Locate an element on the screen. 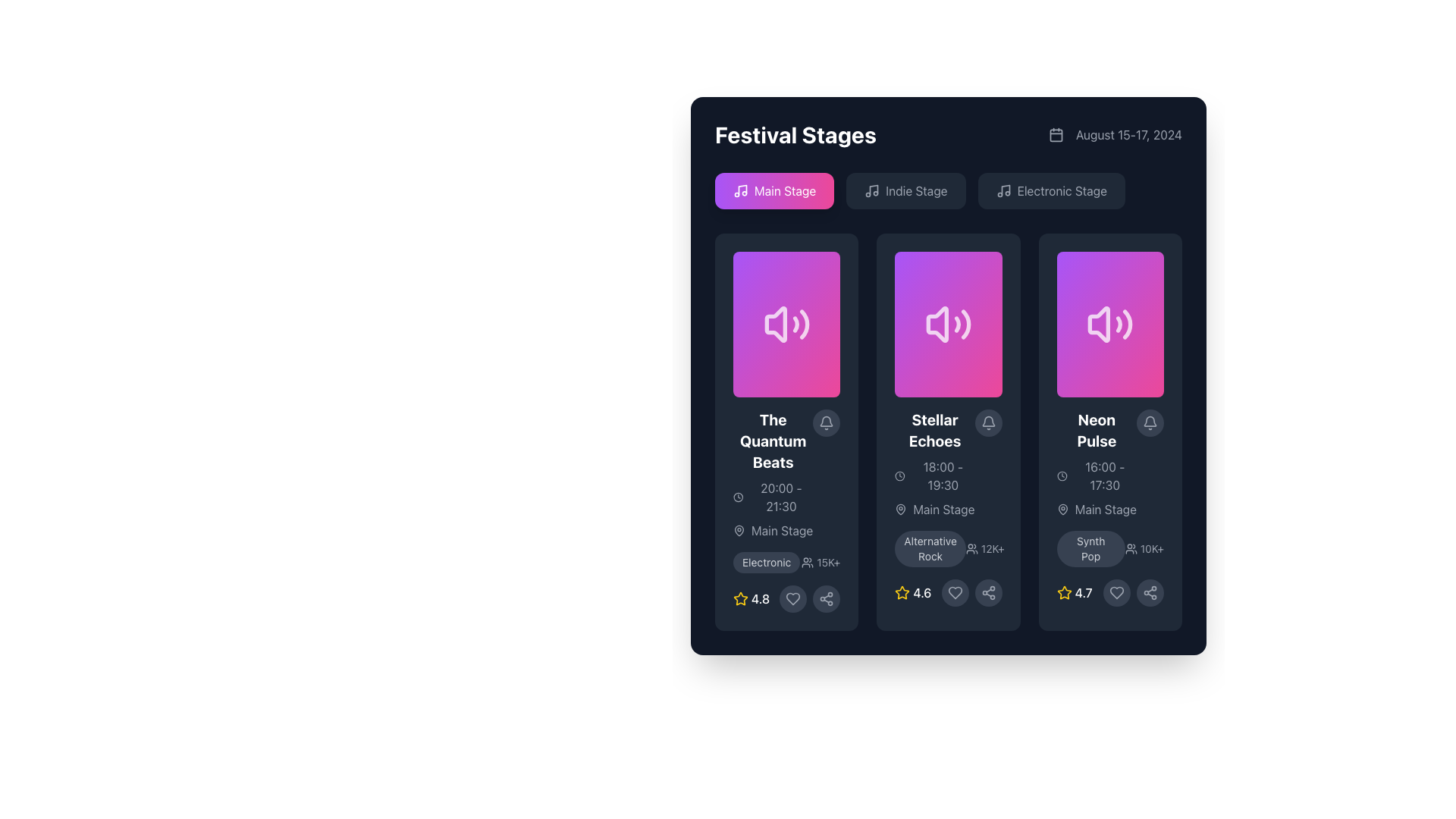  the share action button located at the bottom-right corner of the panel for the 'Neon Pulse' event to share event details is located at coordinates (1150, 592).